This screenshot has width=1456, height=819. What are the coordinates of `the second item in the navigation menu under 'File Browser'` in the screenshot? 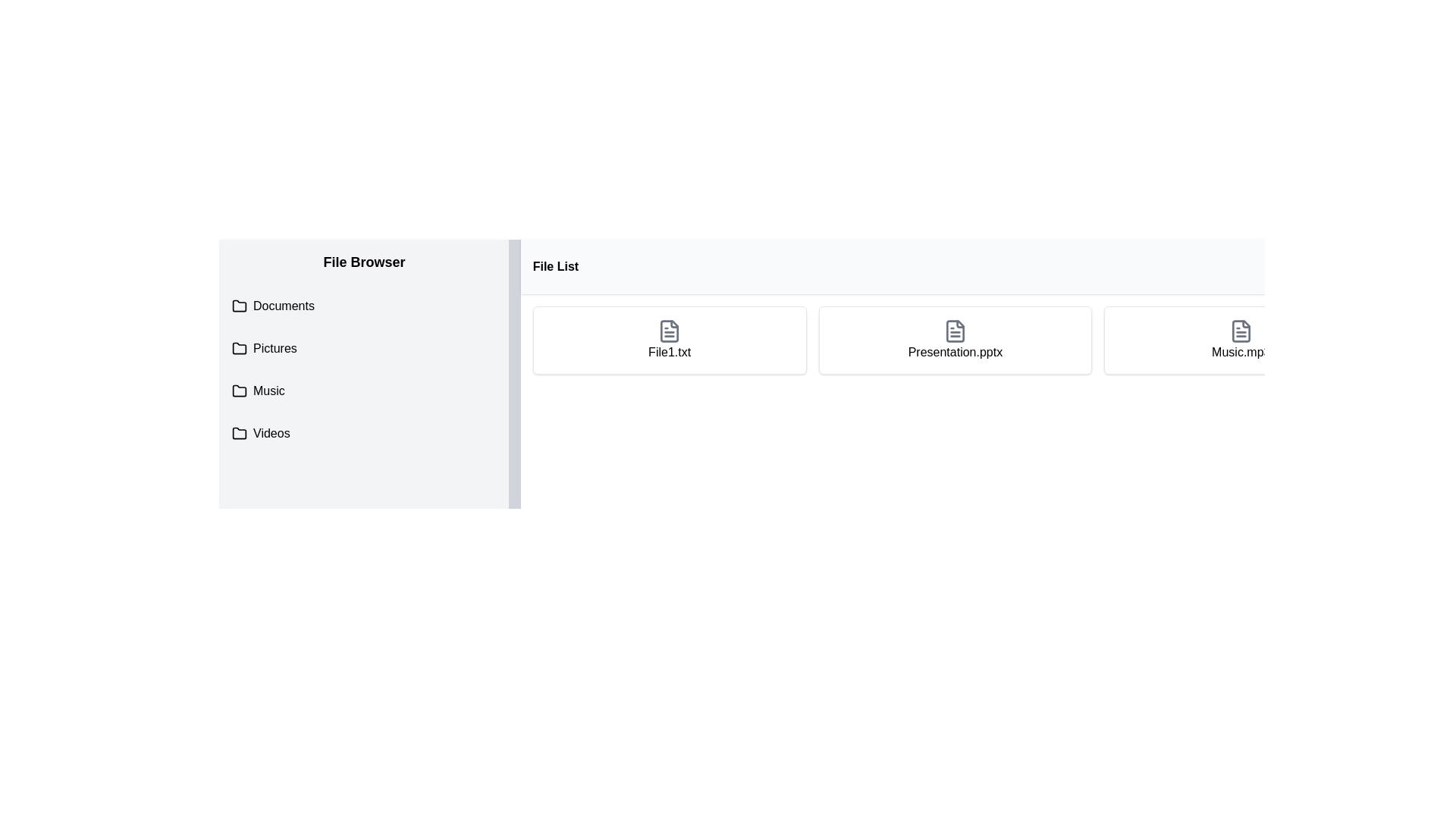 It's located at (364, 306).